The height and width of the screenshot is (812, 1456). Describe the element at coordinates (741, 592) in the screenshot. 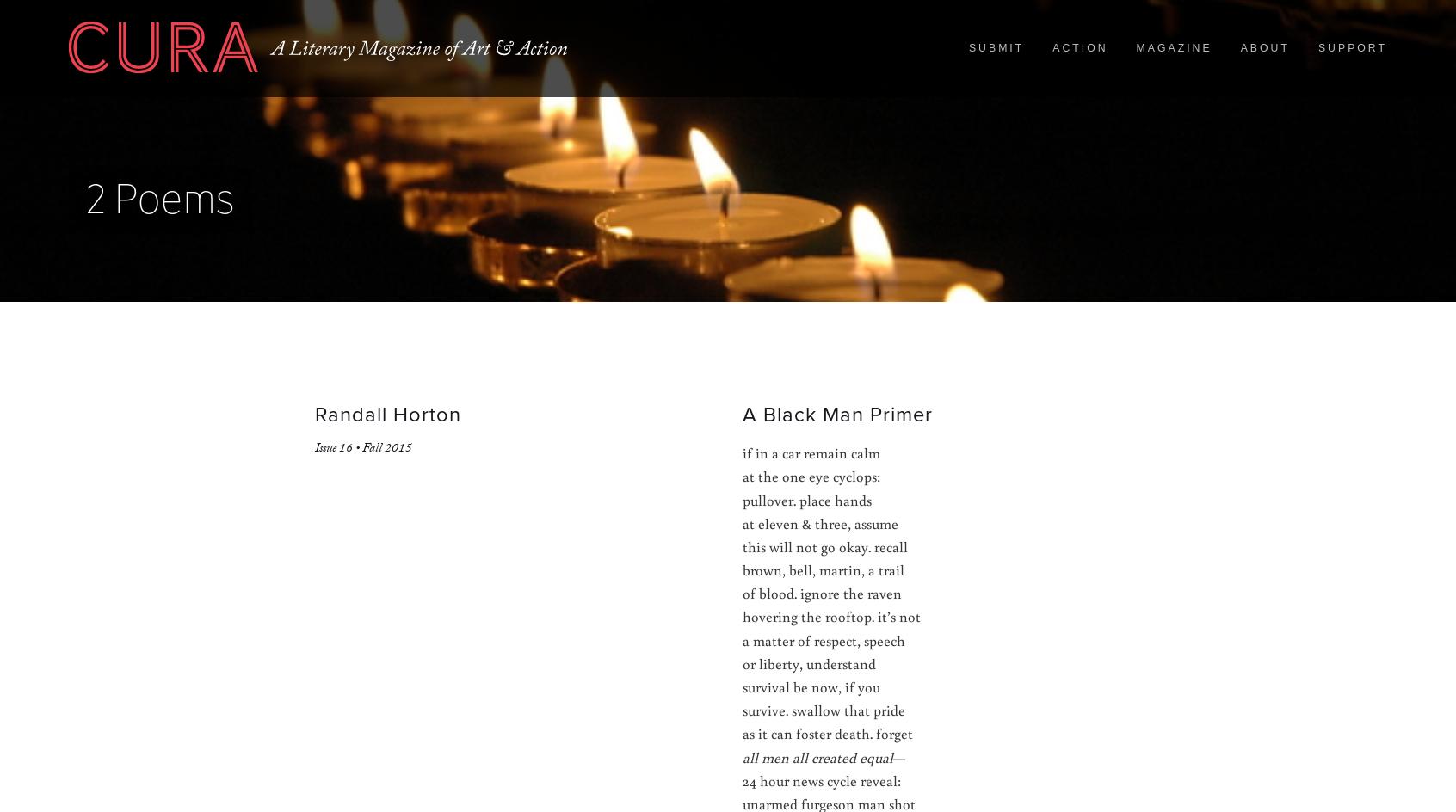

I see `'of blood. ignore the raven'` at that location.